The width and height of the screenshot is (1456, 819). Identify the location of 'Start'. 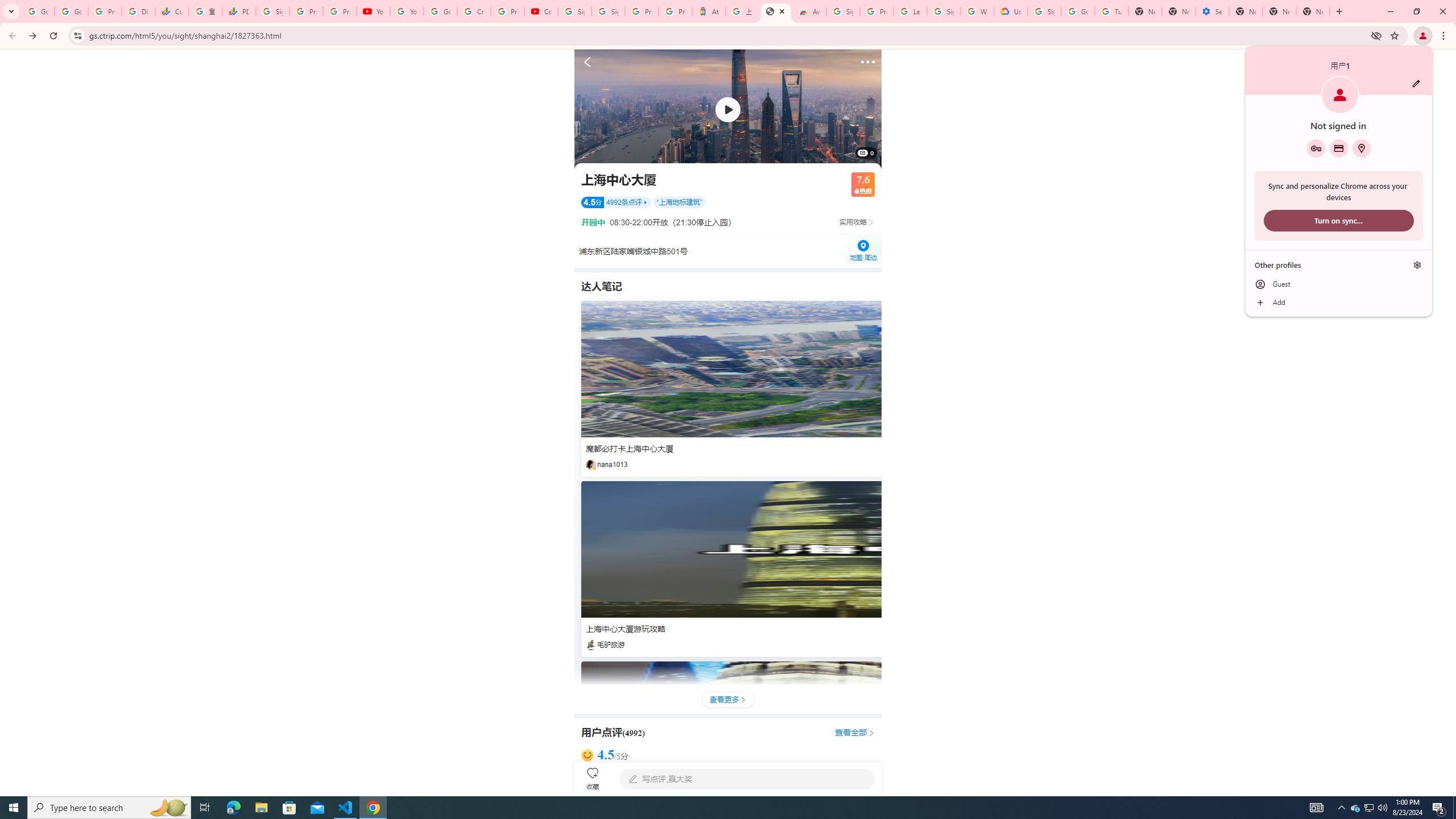
(14, 806).